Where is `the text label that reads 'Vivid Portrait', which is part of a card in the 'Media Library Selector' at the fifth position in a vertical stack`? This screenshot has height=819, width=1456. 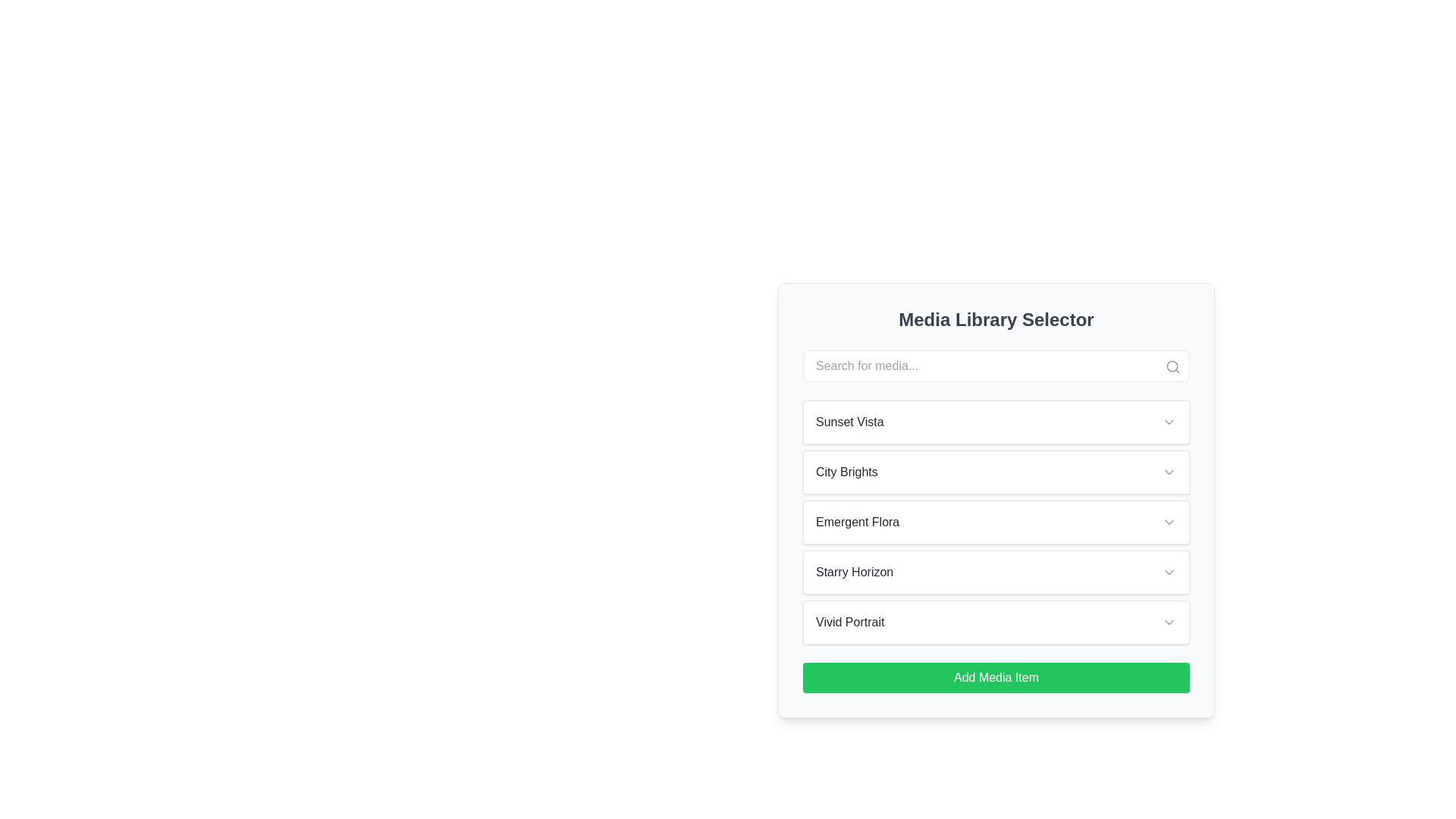
the text label that reads 'Vivid Portrait', which is part of a card in the 'Media Library Selector' at the fifth position in a vertical stack is located at coordinates (850, 623).